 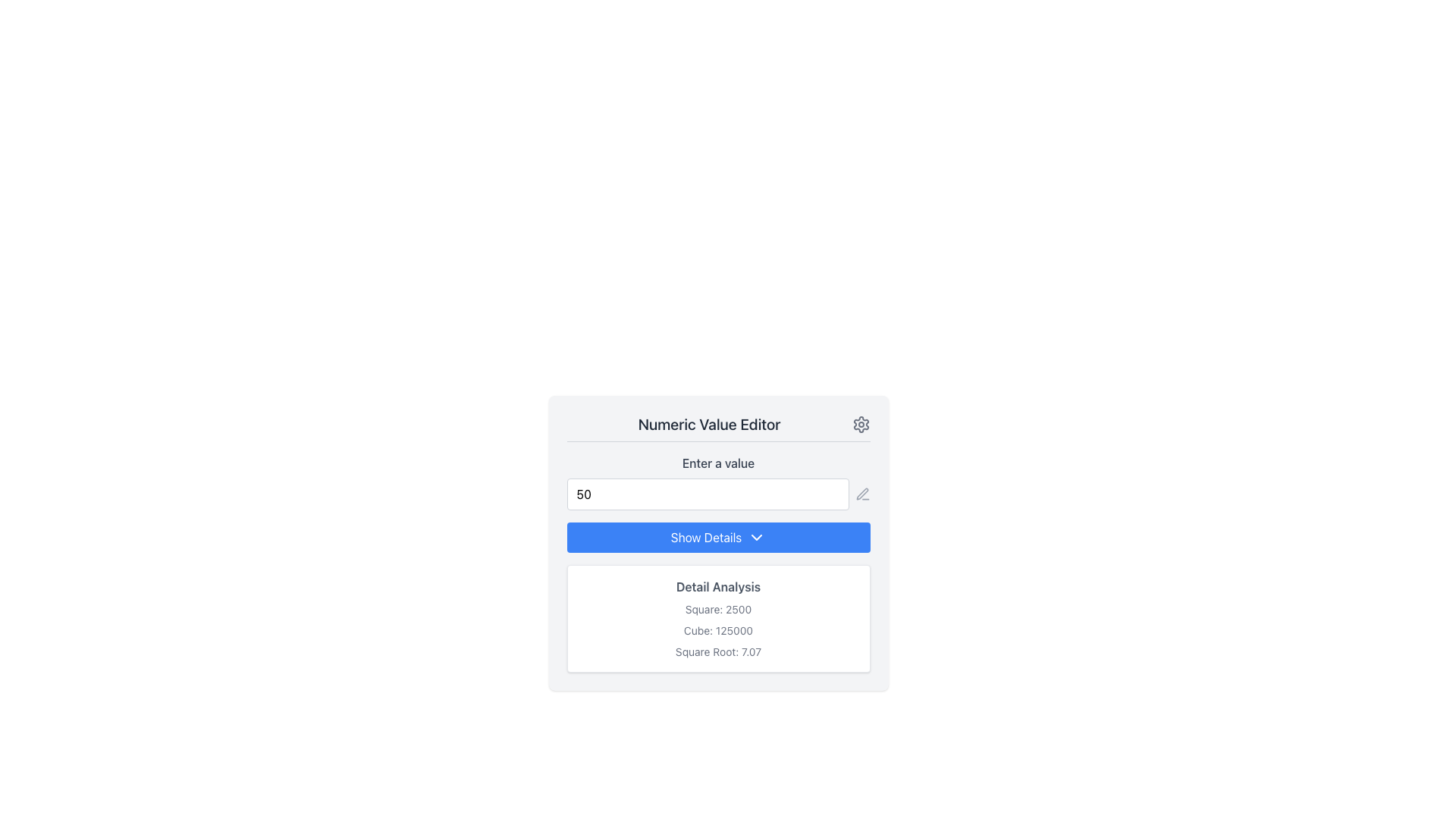 I want to click on the Text Label that reads 'Numeric Value Editor', which is styled with a bold, medium-sized font in dark gray color, prominently positioned at the top of a numeric input component, so click(x=708, y=424).